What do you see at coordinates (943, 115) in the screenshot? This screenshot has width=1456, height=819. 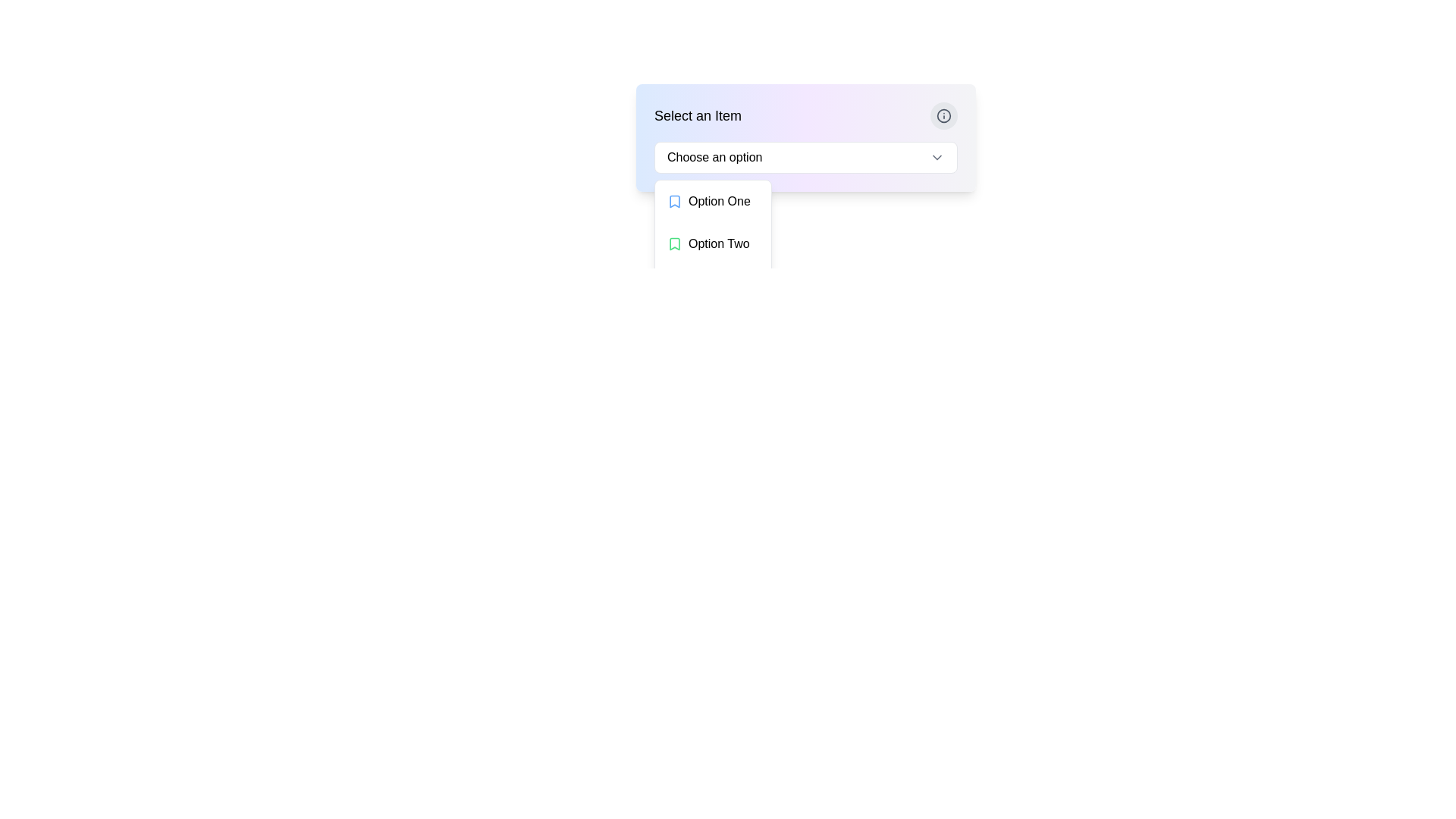 I see `the informational help icon located near the top-right corner of the interface, aligned horizontally with the dropdown labeled 'Select an Item'` at bounding box center [943, 115].